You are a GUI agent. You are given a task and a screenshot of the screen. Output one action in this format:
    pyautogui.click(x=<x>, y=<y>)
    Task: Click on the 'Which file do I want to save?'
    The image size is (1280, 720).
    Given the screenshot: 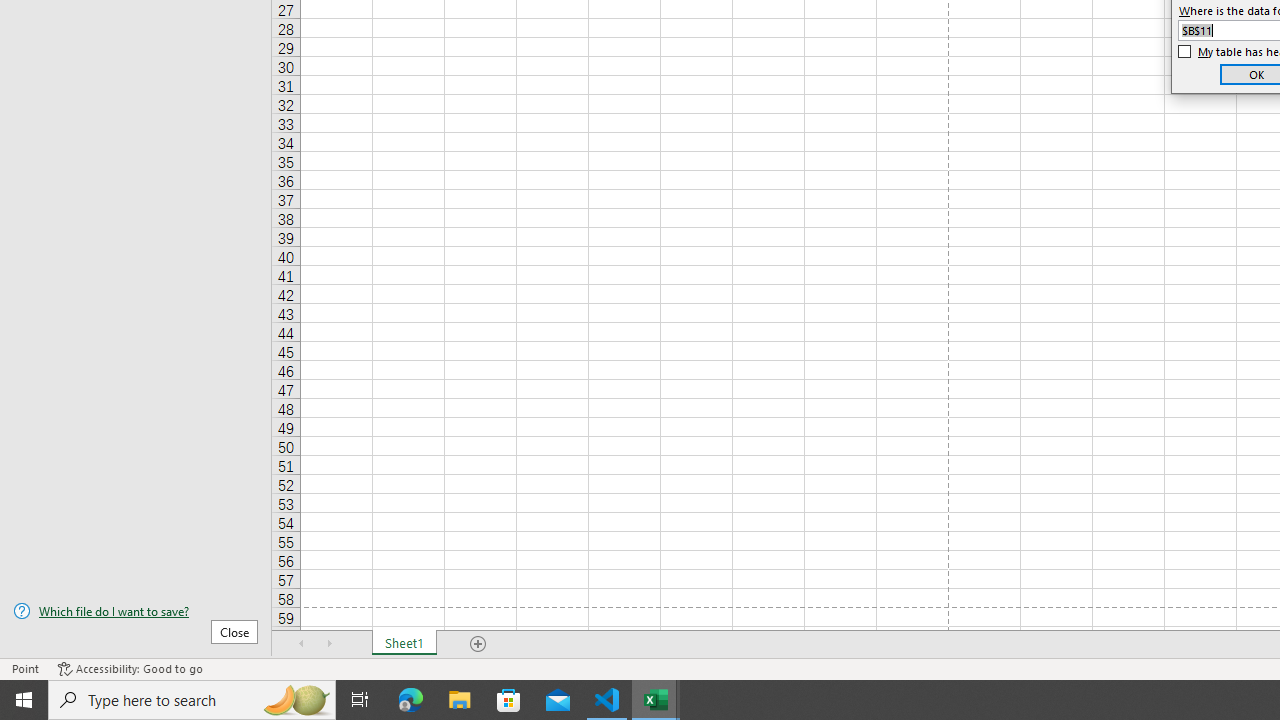 What is the action you would take?
    pyautogui.click(x=135, y=610)
    